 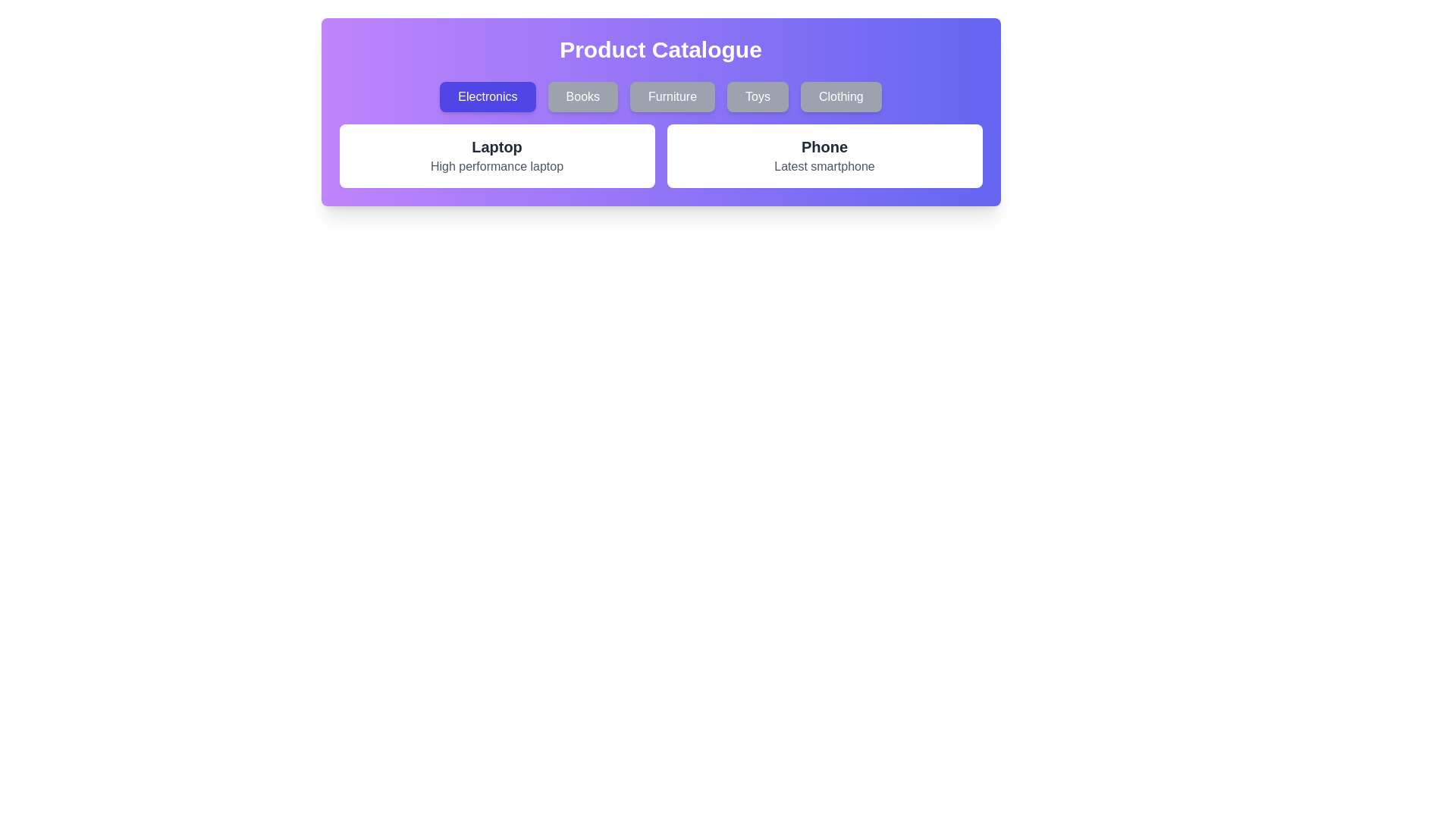 I want to click on the category button labeled Furniture to filter products, so click(x=672, y=96).